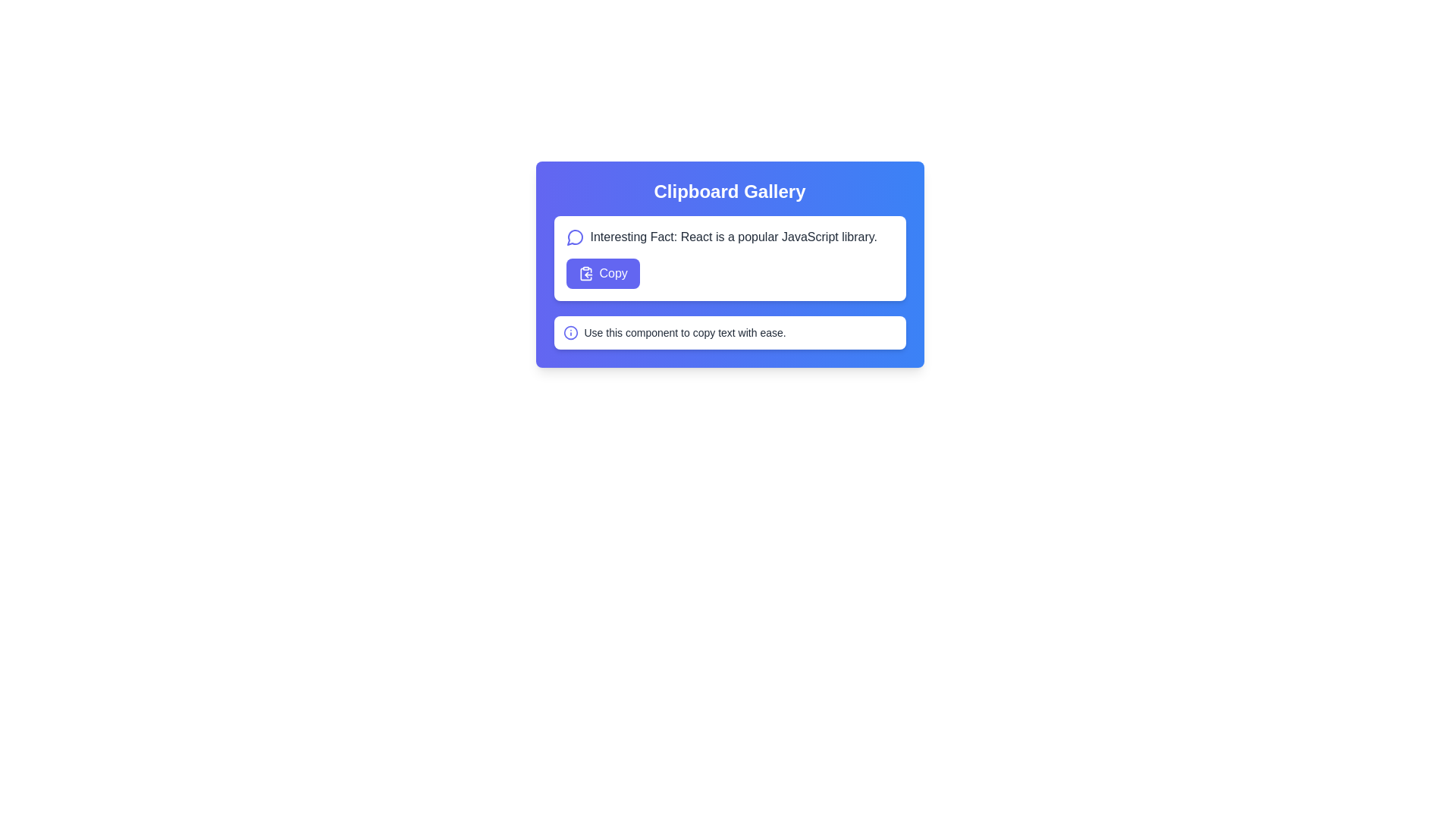 The width and height of the screenshot is (1456, 819). Describe the element at coordinates (613, 274) in the screenshot. I see `the 'Copy' button, which has a label indicating its function to copy data, located centrally slightly to the left of the button` at that location.